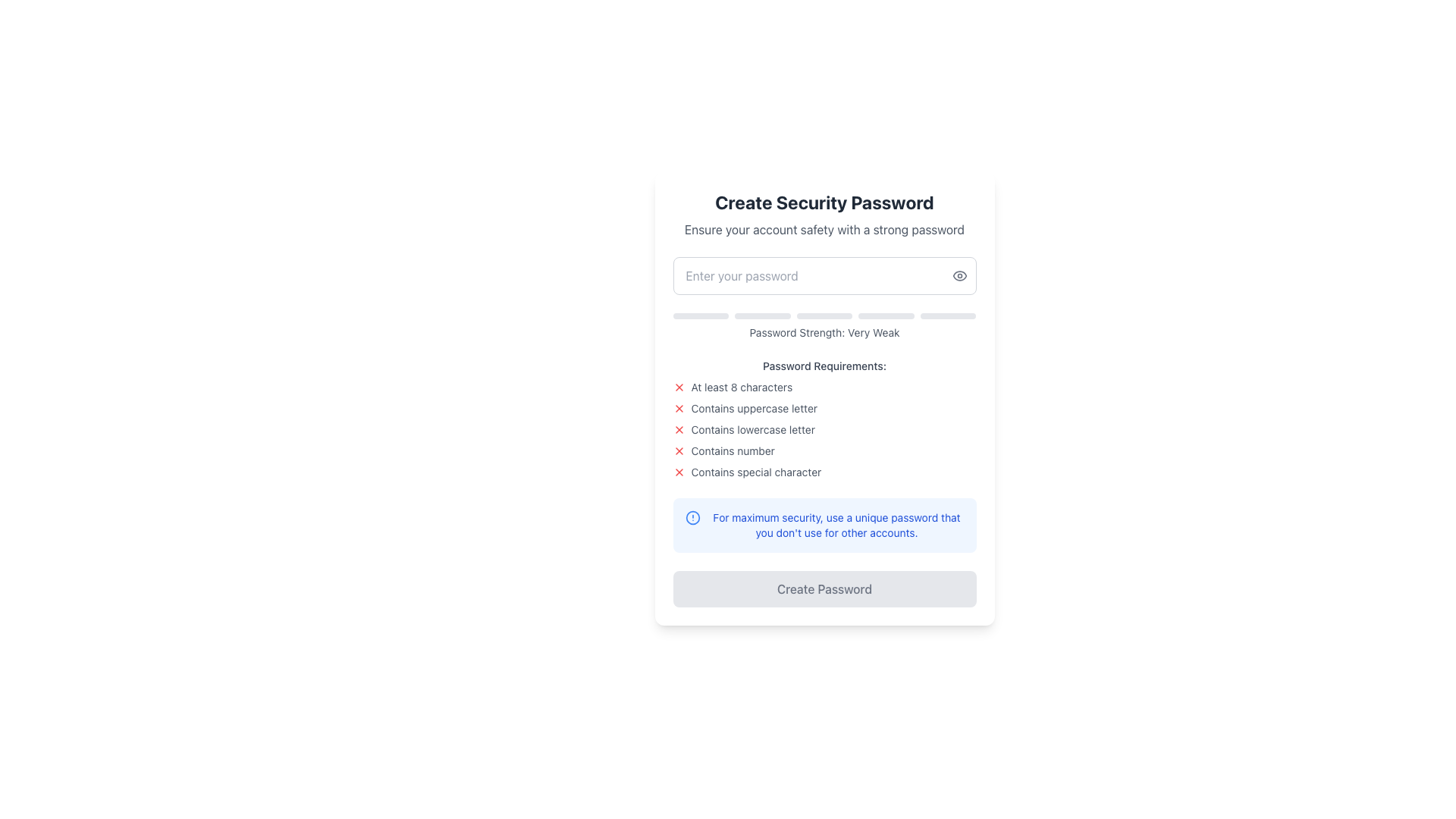 The width and height of the screenshot is (1456, 819). What do you see at coordinates (824, 214) in the screenshot?
I see `the text-based header component that includes the main heading and supporting text, which is centrally aligned above the password input field` at bounding box center [824, 214].